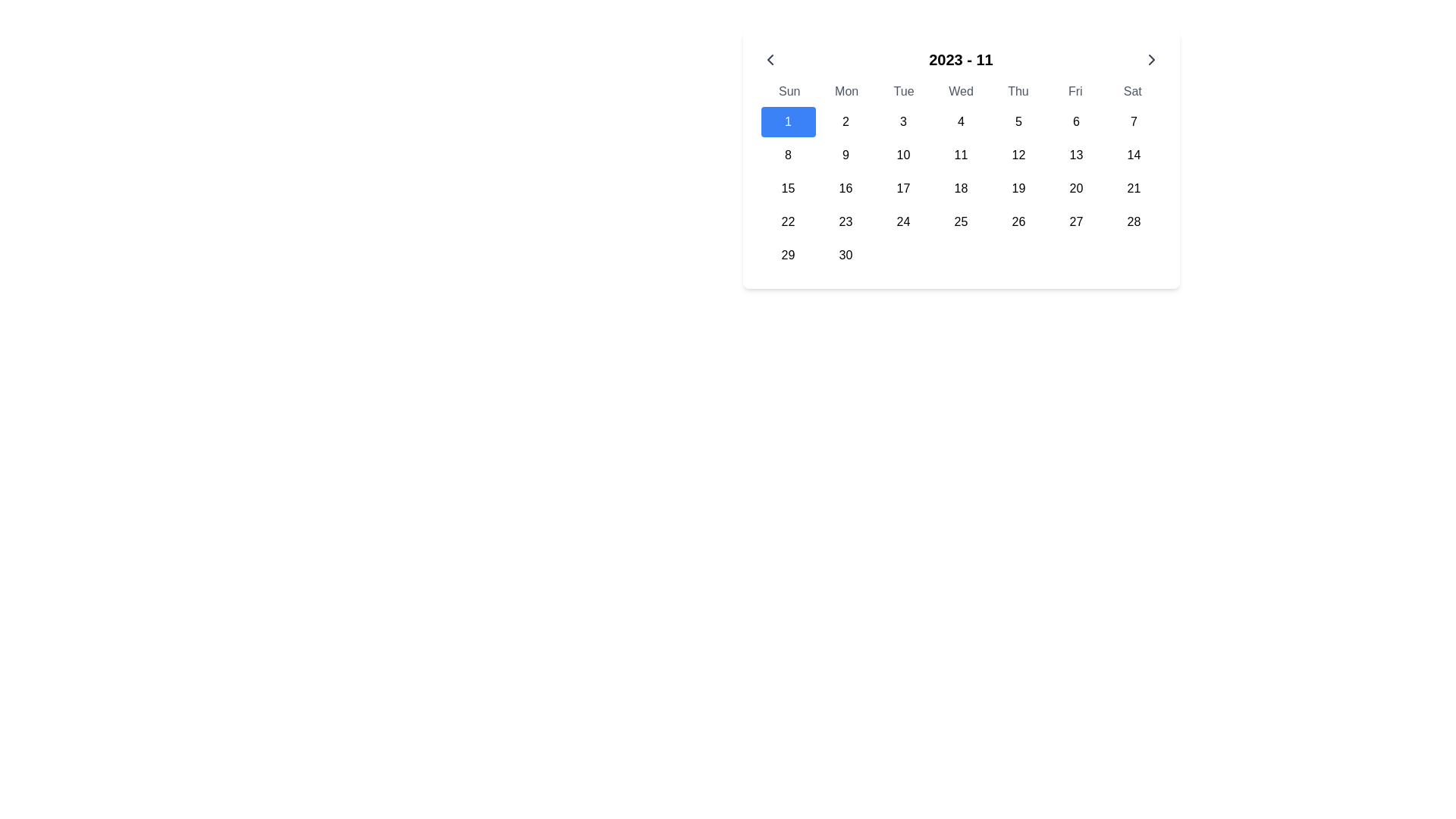 This screenshot has height=819, width=1456. I want to click on the text element representing the abbreviation for Thursday in the calendar header, located after 'Wed' and before 'Fri', so click(1018, 91).